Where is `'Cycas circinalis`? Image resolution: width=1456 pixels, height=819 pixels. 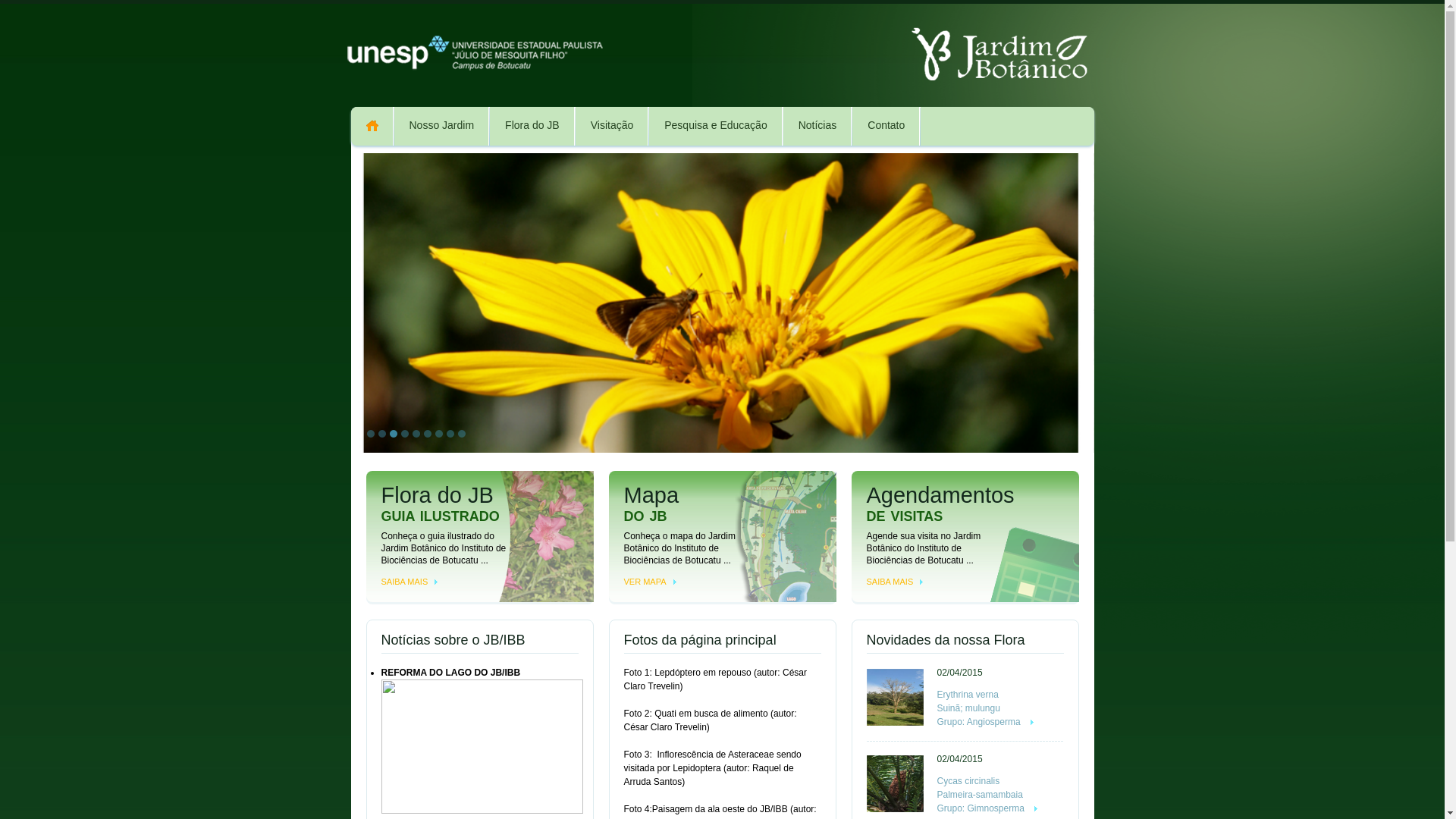
'Cycas circinalis is located at coordinates (987, 794).